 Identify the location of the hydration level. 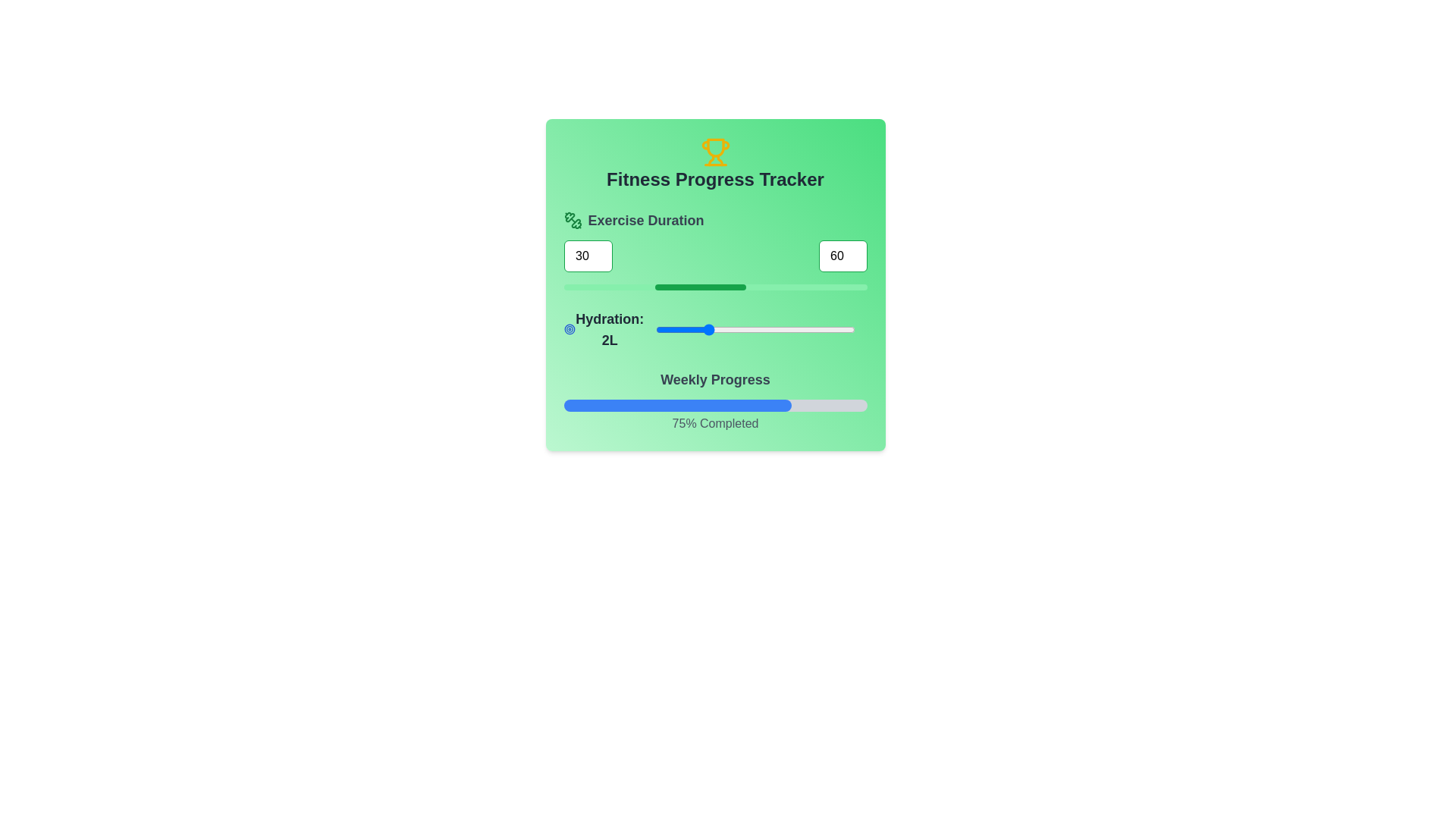
(804, 329).